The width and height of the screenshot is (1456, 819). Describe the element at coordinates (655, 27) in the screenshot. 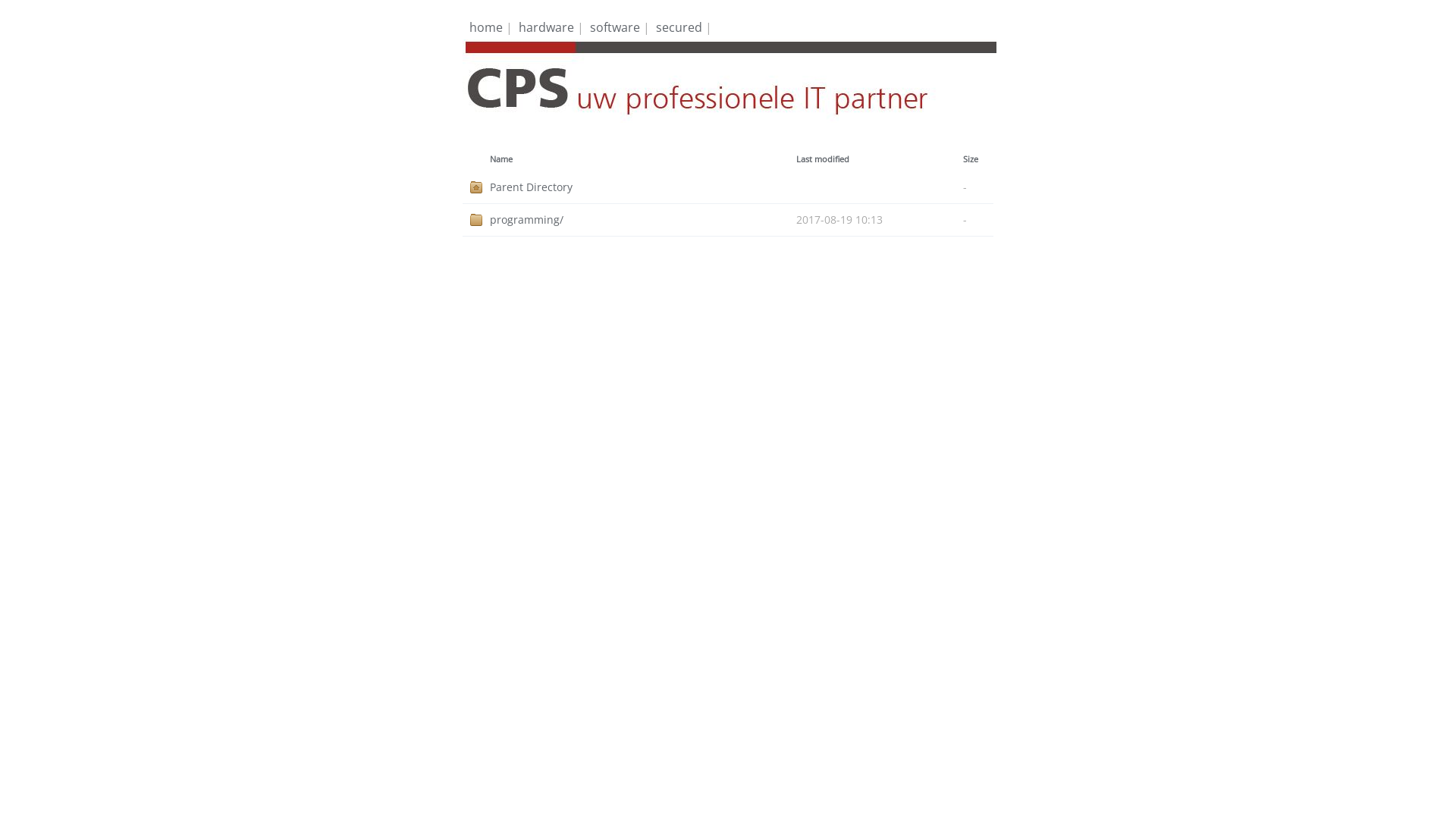

I see `'secured'` at that location.